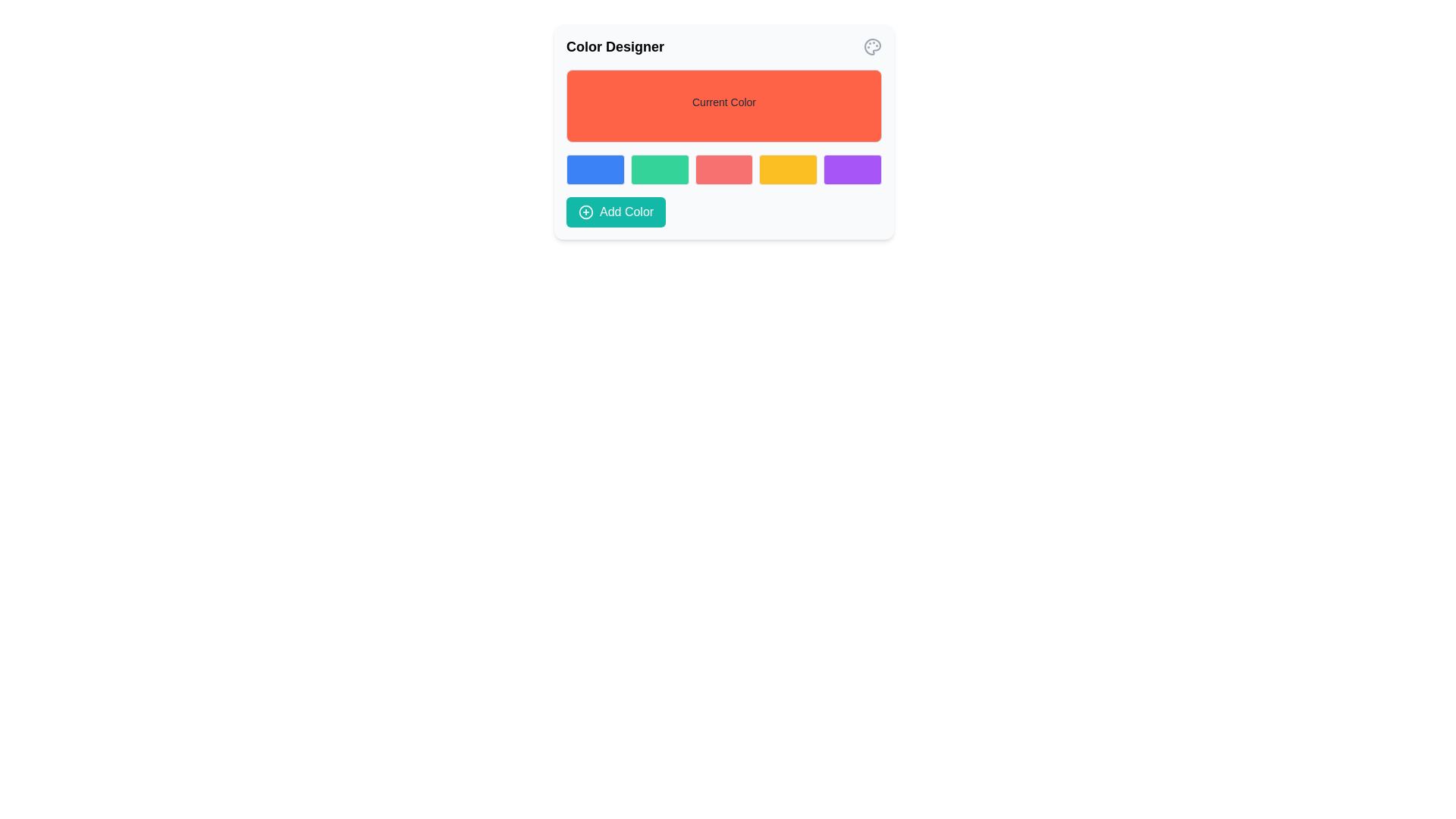 Image resolution: width=1456 pixels, height=819 pixels. Describe the element at coordinates (788, 169) in the screenshot. I see `the fourth button in a horizontal grid of five buttons` at that location.